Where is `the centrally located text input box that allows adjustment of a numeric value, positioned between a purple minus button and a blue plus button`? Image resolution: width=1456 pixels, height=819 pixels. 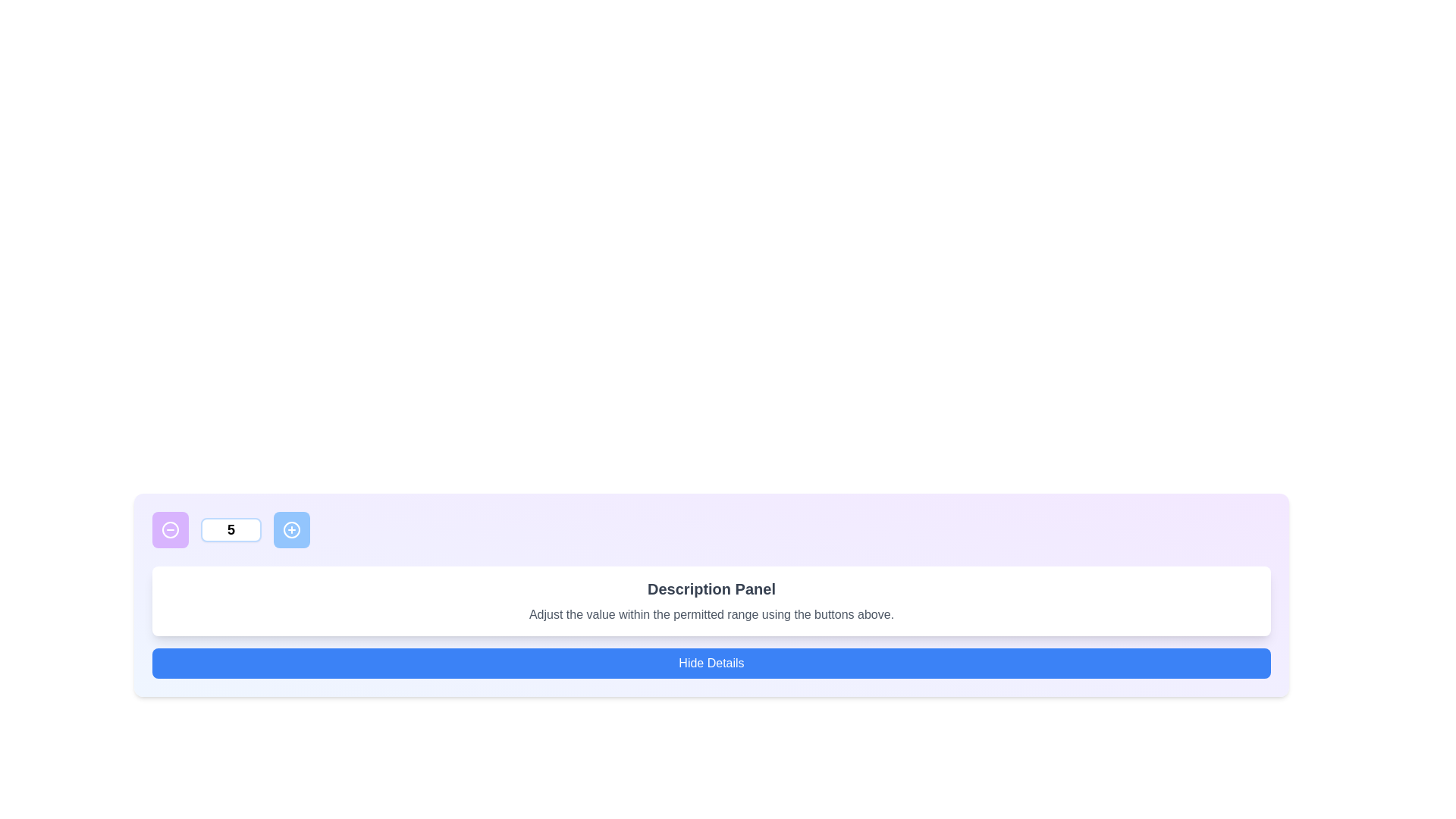 the centrally located text input box that allows adjustment of a numeric value, positioned between a purple minus button and a blue plus button is located at coordinates (231, 529).